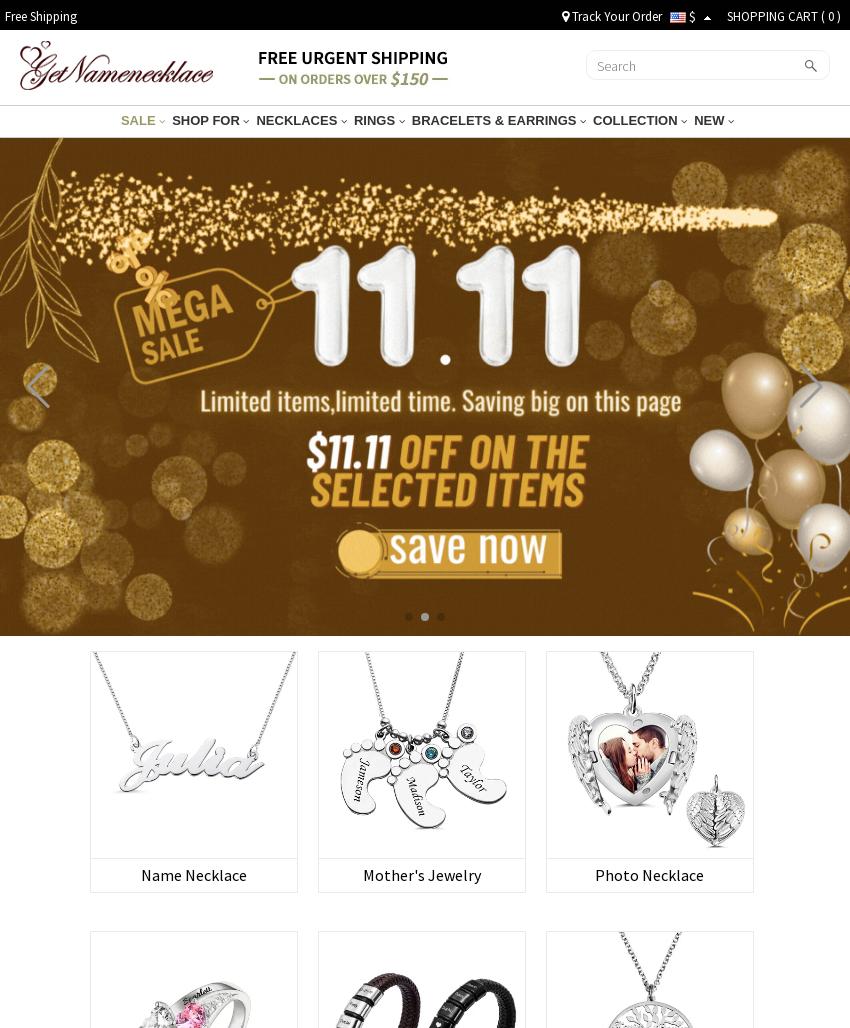 This screenshot has width=850, height=1028. I want to click on 'SALE', so click(139, 119).